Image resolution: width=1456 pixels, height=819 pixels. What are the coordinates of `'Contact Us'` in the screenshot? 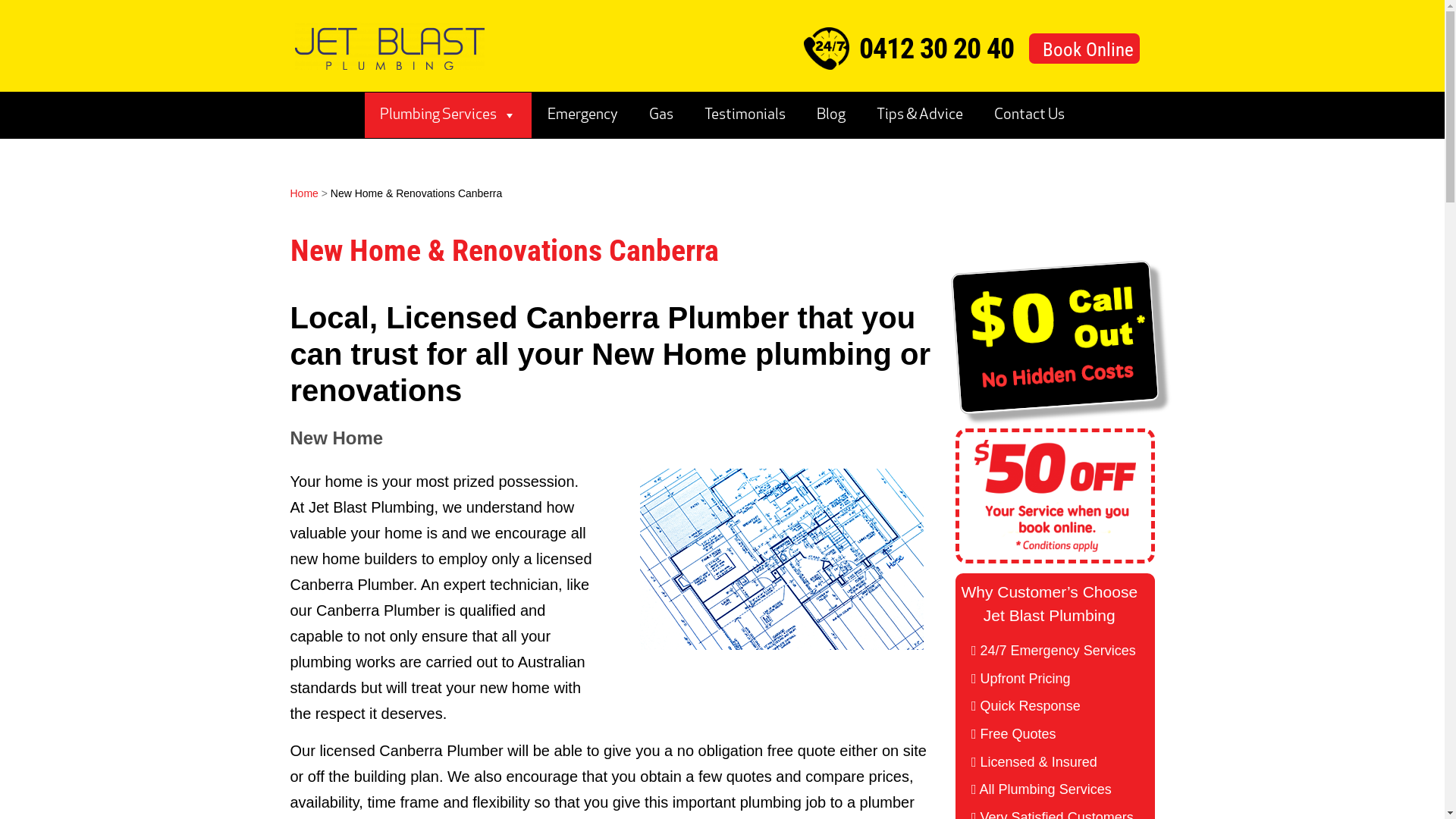 It's located at (1029, 114).